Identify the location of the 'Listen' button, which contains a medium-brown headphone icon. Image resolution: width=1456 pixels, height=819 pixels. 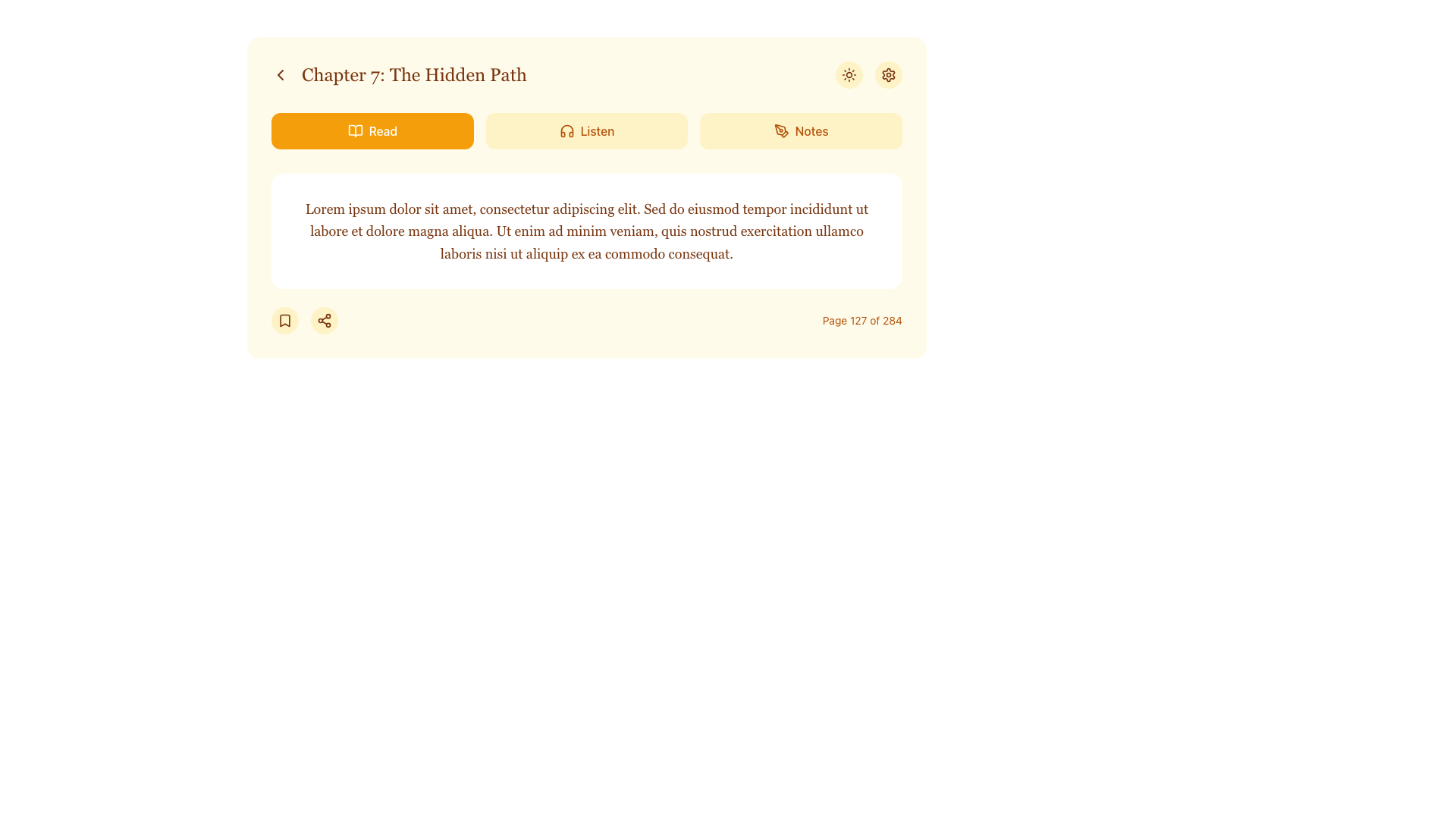
(566, 130).